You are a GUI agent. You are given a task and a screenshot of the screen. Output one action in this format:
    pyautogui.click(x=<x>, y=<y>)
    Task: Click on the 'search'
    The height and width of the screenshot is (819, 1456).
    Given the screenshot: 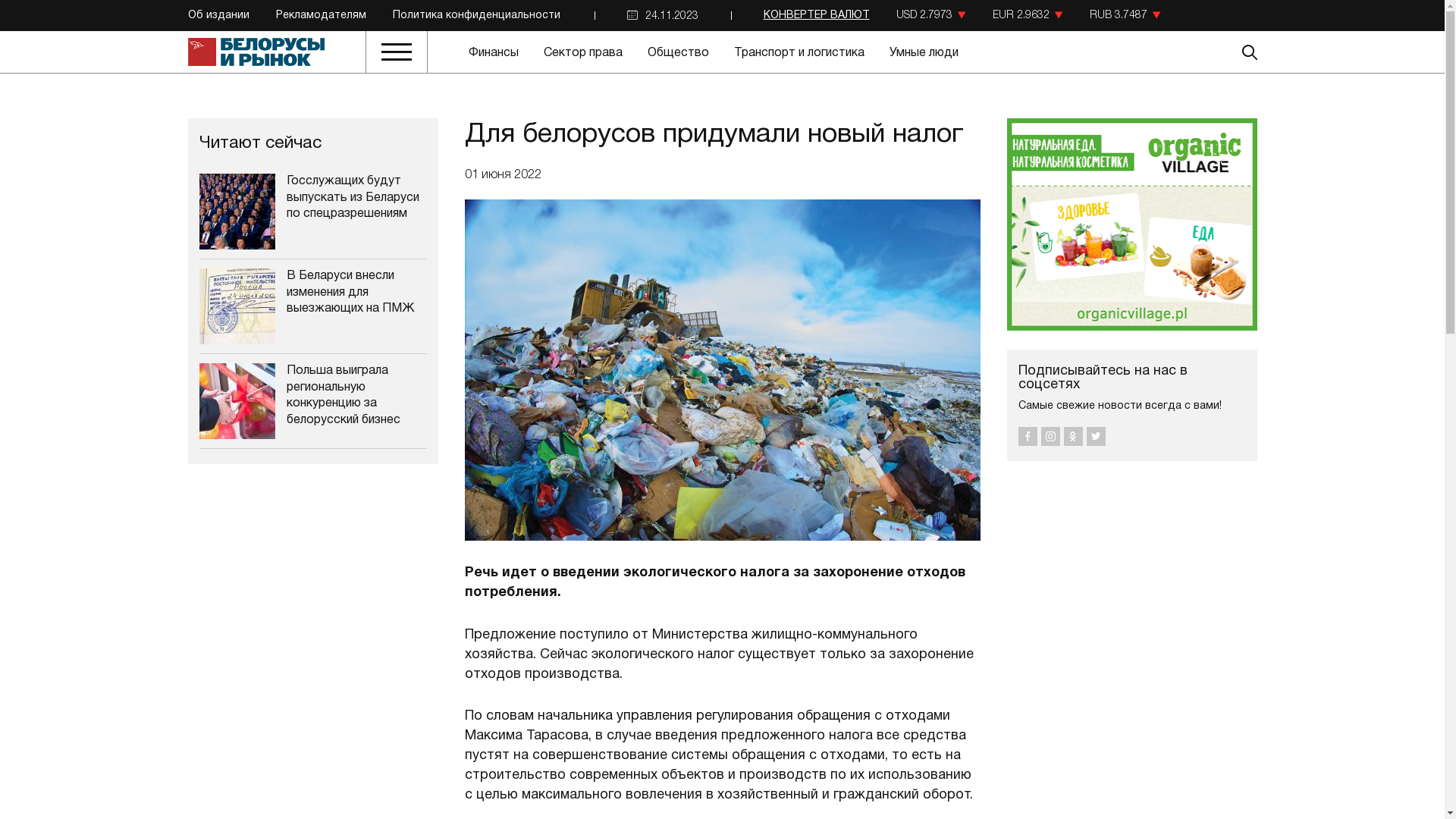 What is the action you would take?
    pyautogui.click(x=1203, y=51)
    